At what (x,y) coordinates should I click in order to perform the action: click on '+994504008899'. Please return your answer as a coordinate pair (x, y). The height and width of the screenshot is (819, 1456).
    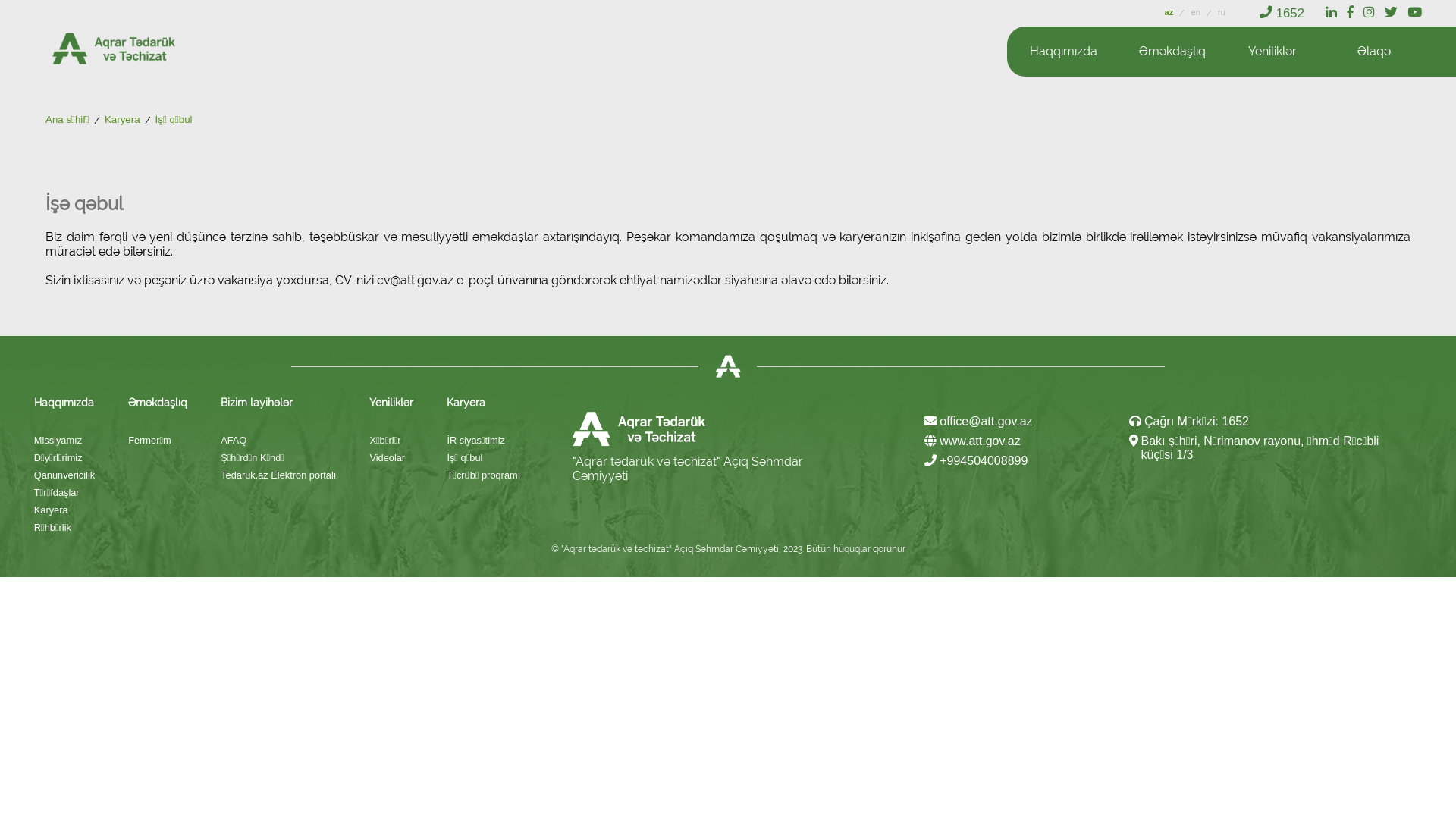
    Looking at the image, I should click on (976, 460).